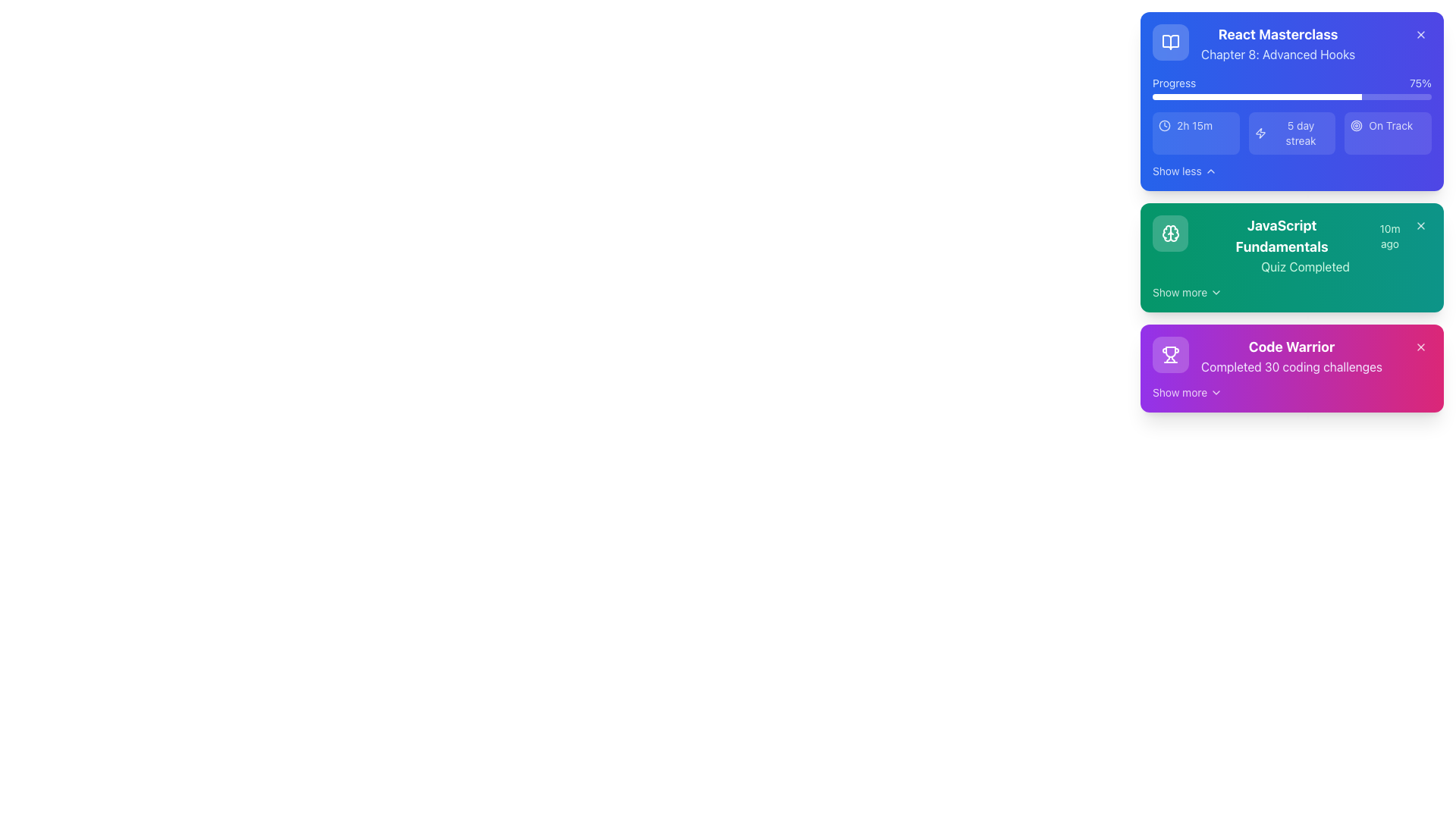 The image size is (1456, 819). What do you see at coordinates (1291, 96) in the screenshot?
I see `the Progress bar that visually represents 75% completion, located below the text 'Progress' in the 'React Masterclass' section` at bounding box center [1291, 96].